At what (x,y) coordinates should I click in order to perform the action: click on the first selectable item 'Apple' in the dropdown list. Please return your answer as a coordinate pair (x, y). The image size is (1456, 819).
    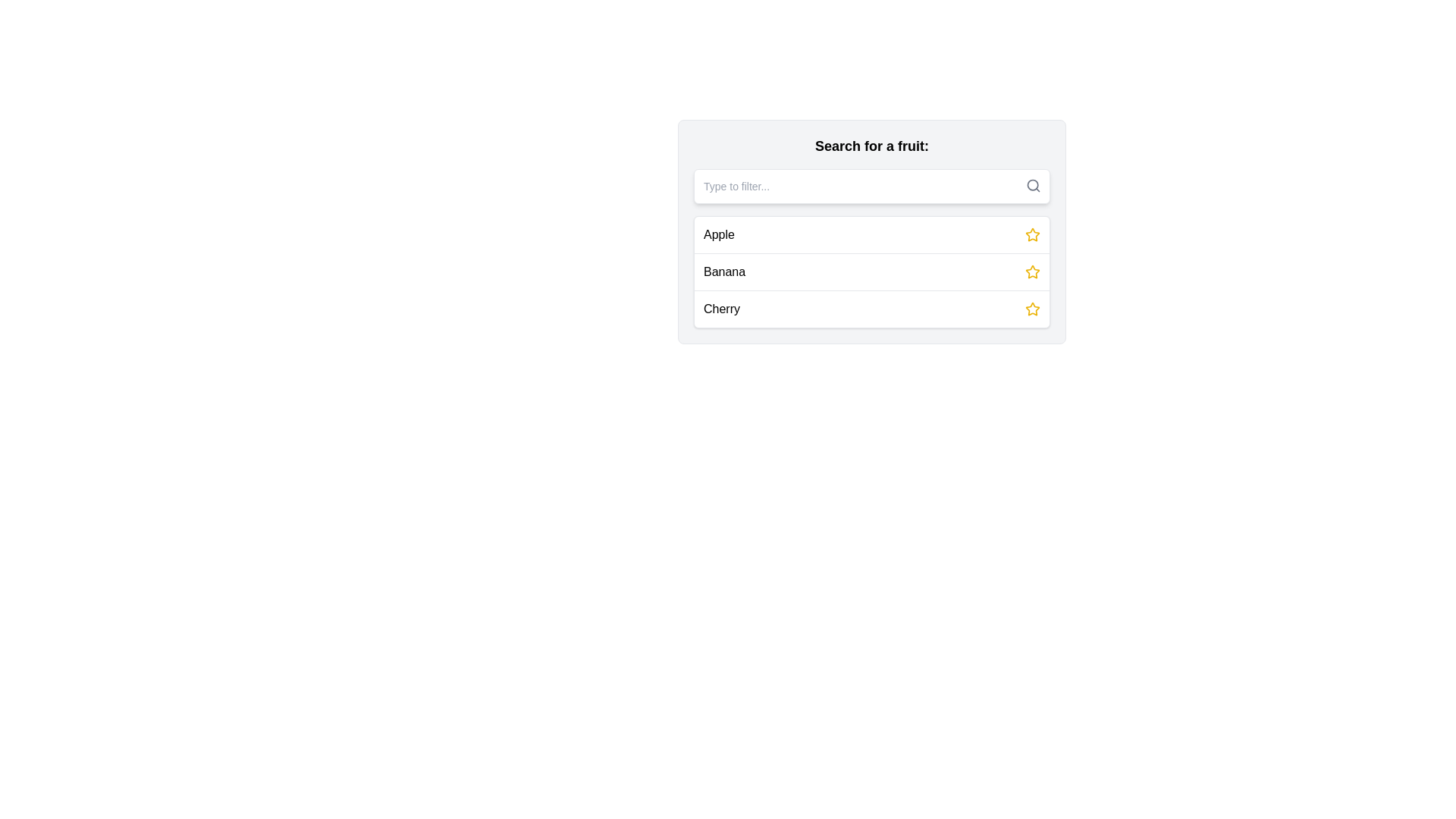
    Looking at the image, I should click on (872, 231).